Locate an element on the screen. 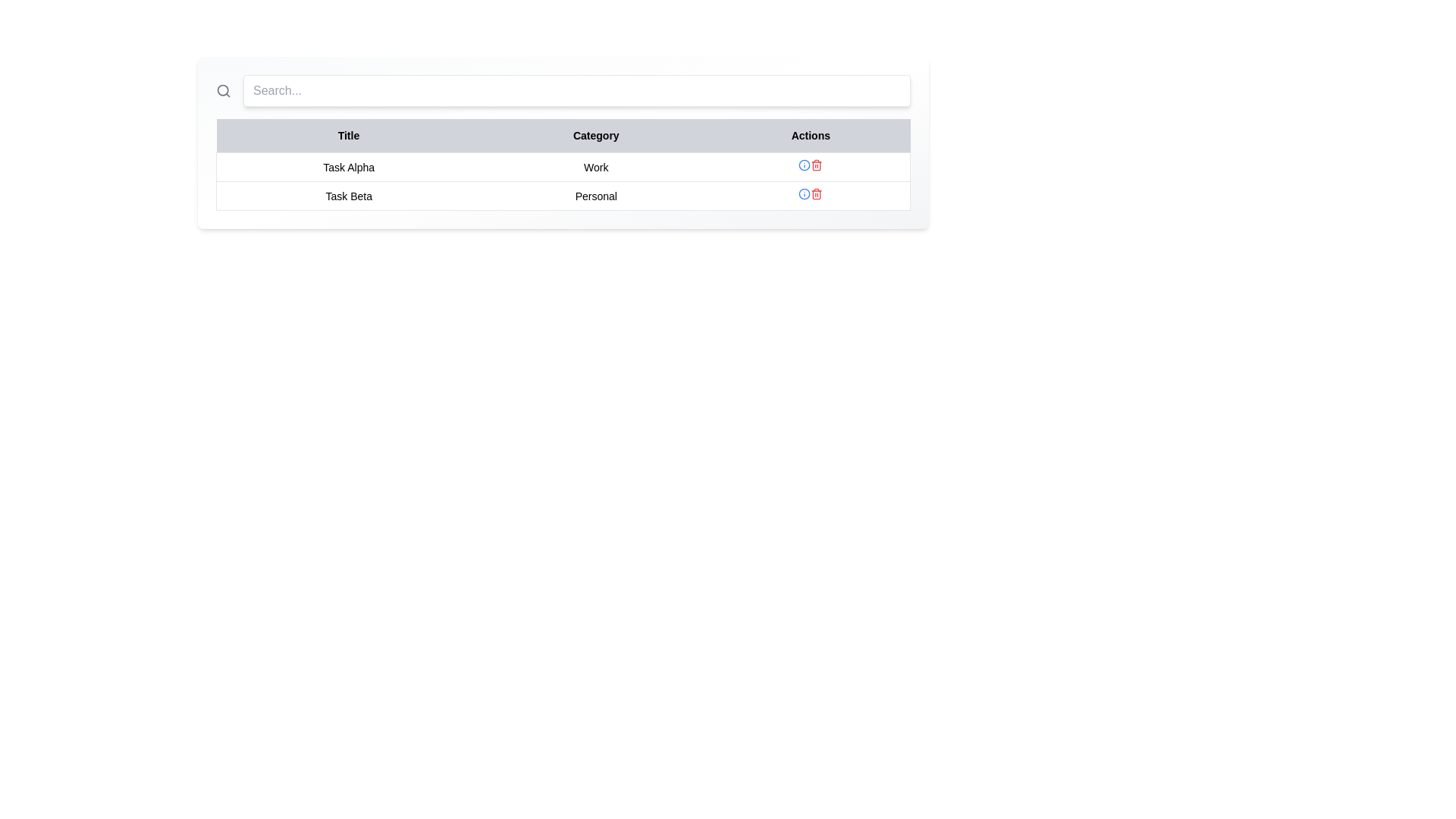 This screenshot has height=819, width=1456. the text label displaying 'Task Beta' is located at coordinates (348, 195).